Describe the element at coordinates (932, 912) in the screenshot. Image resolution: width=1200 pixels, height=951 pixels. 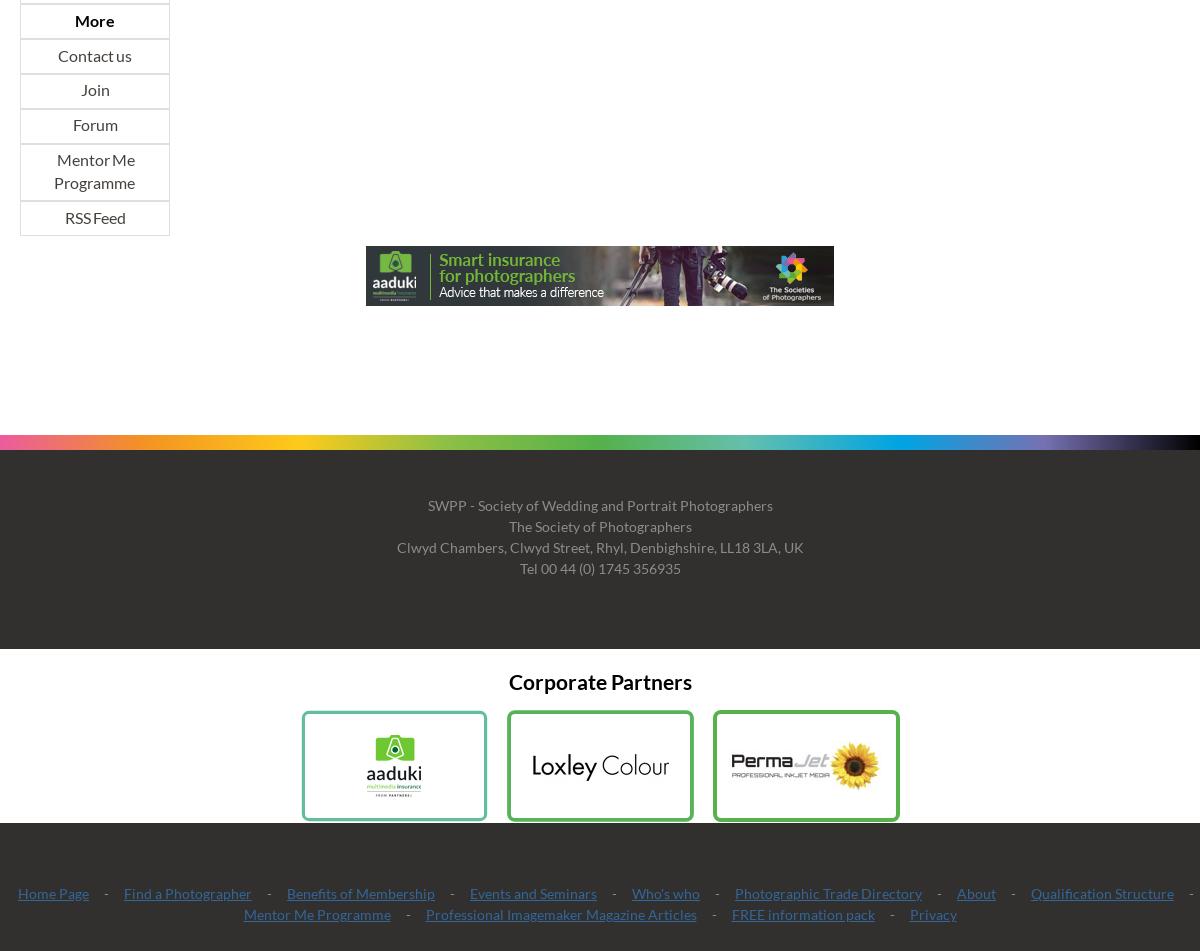
I see `'Privacy'` at that location.